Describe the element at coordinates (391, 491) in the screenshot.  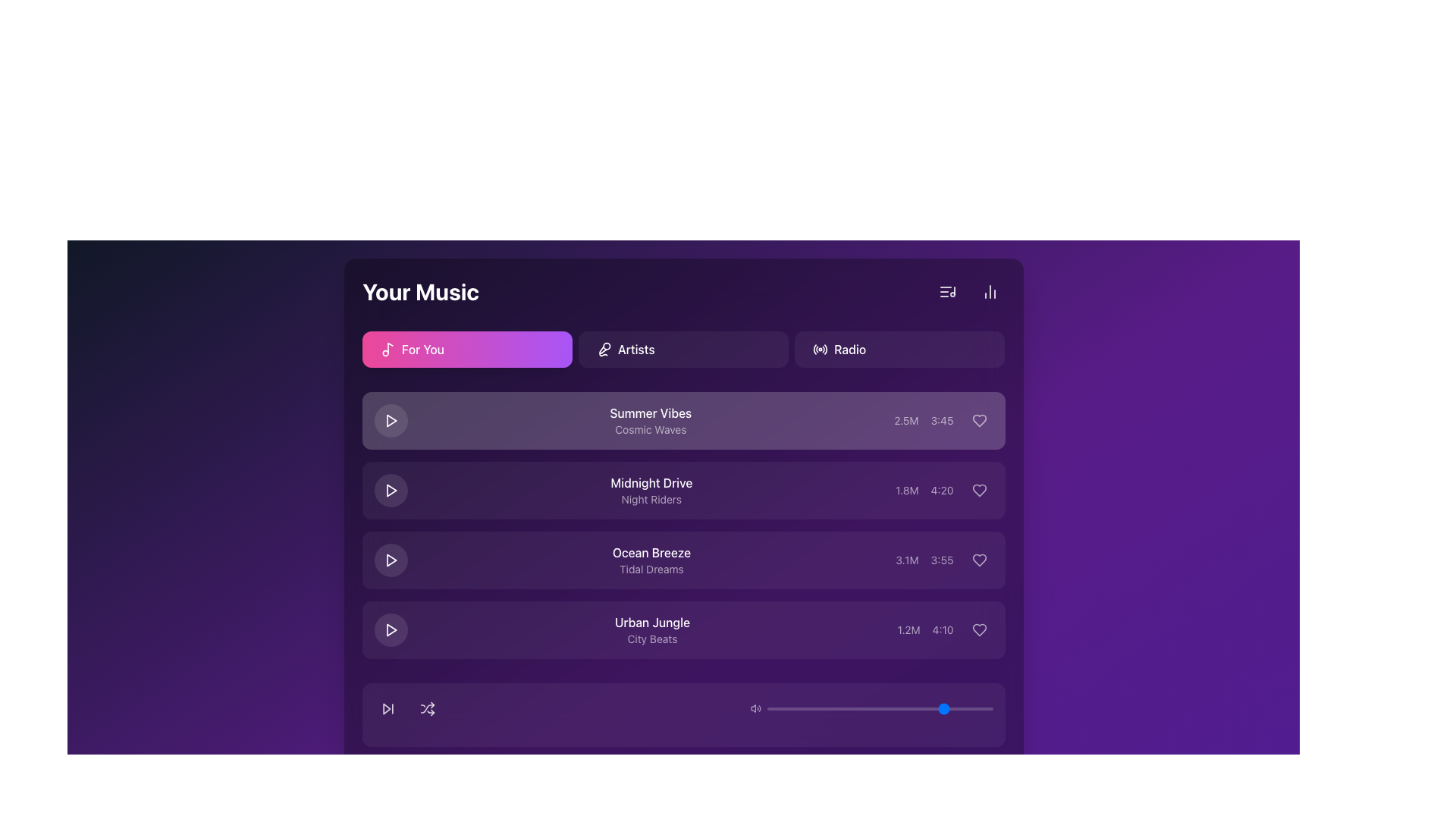
I see `the second play icon, which resembles a forward-pointing triangle with a white outline, located in the list of music tracks next to 'Midnight Drive'` at that location.